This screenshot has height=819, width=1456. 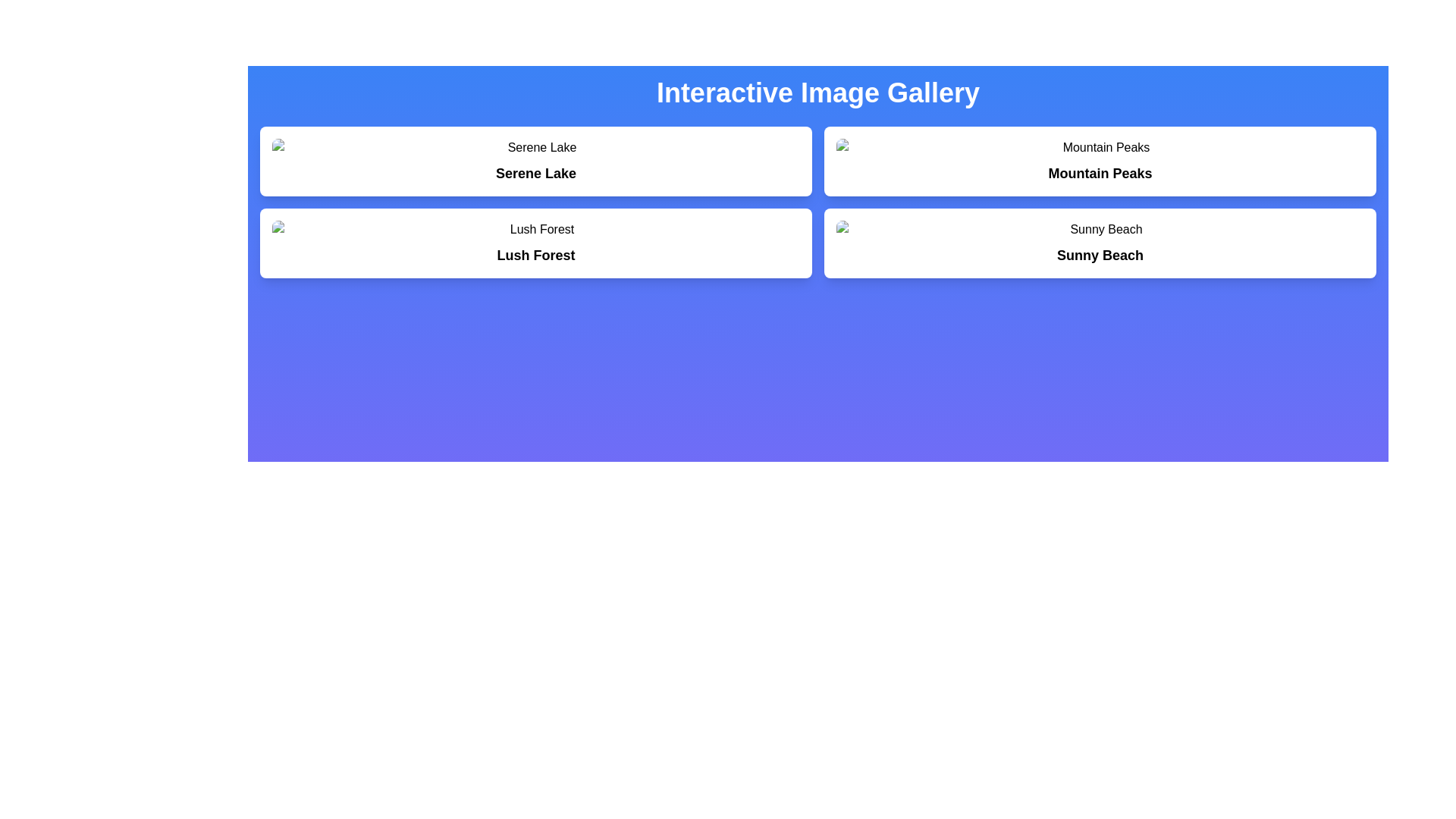 I want to click on the image displaying 'Serene Lake' located in the top-left white card of the 'Interactive Image Gallery', so click(x=535, y=148).